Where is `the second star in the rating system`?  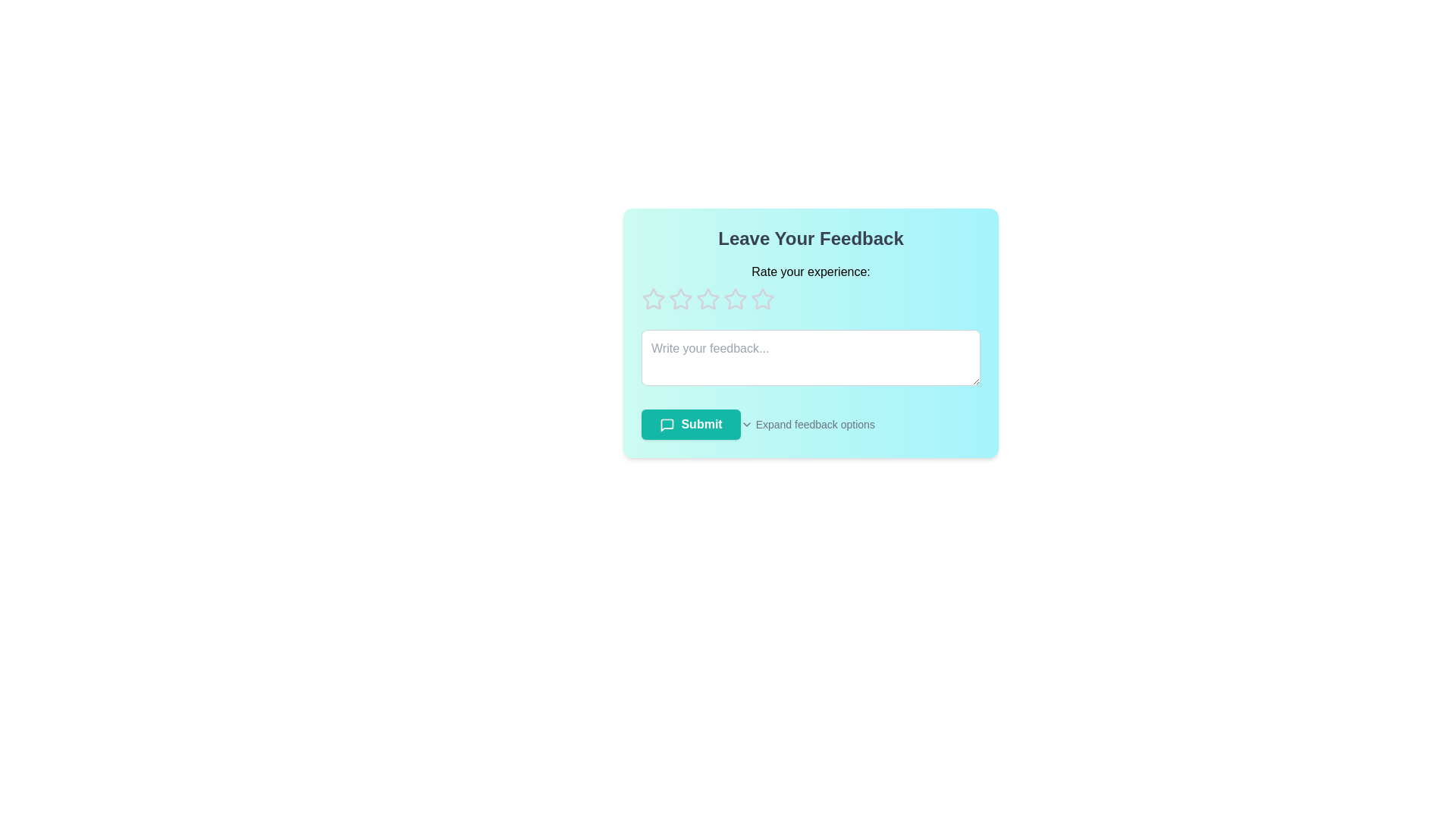
the second star in the rating system is located at coordinates (706, 298).